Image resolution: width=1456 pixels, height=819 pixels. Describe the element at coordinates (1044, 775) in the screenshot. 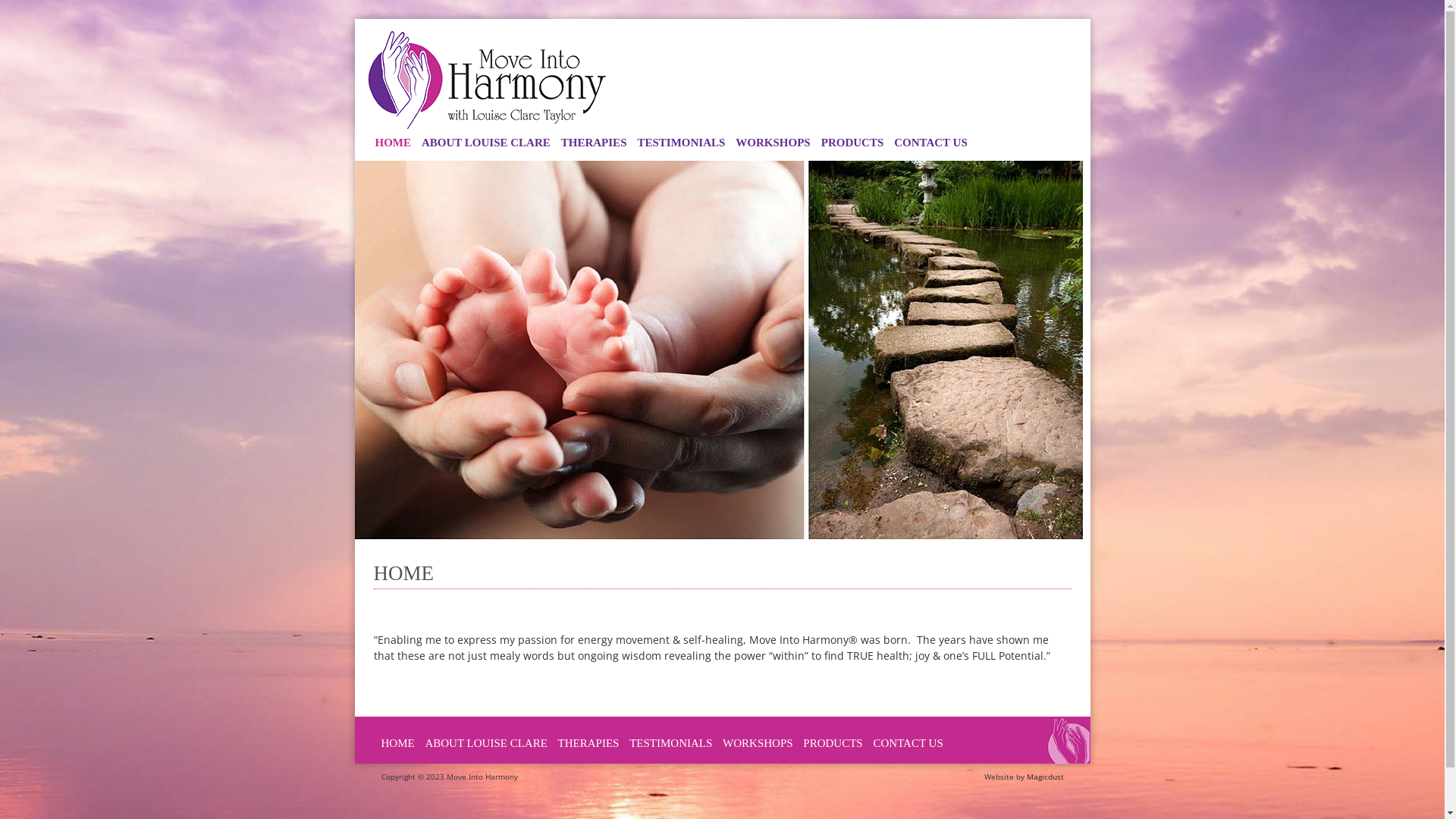

I see `'Magicdust'` at that location.